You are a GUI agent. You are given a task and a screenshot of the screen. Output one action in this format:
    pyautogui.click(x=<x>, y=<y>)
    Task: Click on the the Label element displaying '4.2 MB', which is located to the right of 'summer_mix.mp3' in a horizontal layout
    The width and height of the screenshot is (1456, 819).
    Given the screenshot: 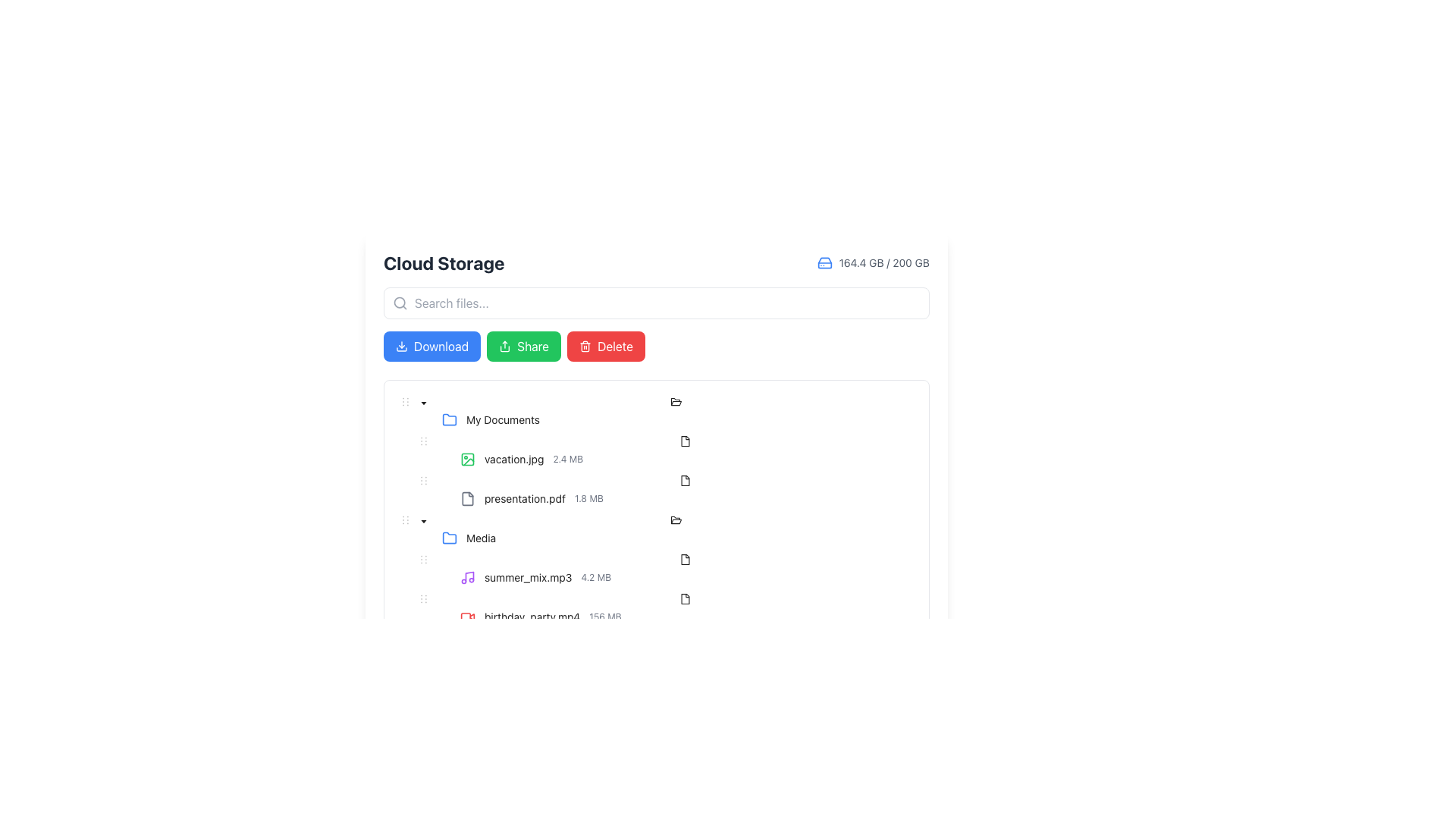 What is the action you would take?
    pyautogui.click(x=595, y=578)
    